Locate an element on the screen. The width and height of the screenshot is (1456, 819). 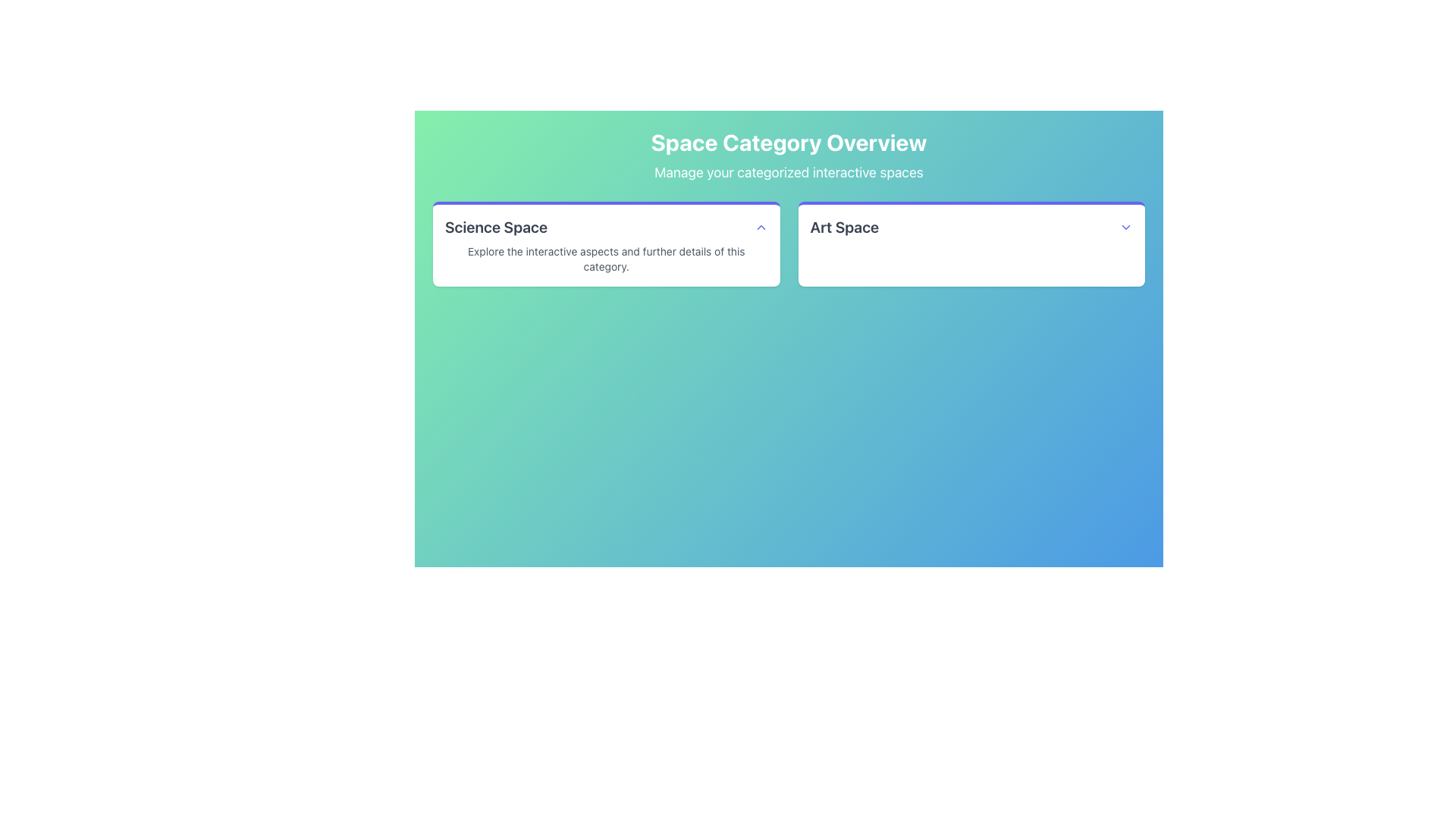
the main heading element that serves as the title for the interface, located at the top of the interface, below the gradient background is located at coordinates (789, 143).